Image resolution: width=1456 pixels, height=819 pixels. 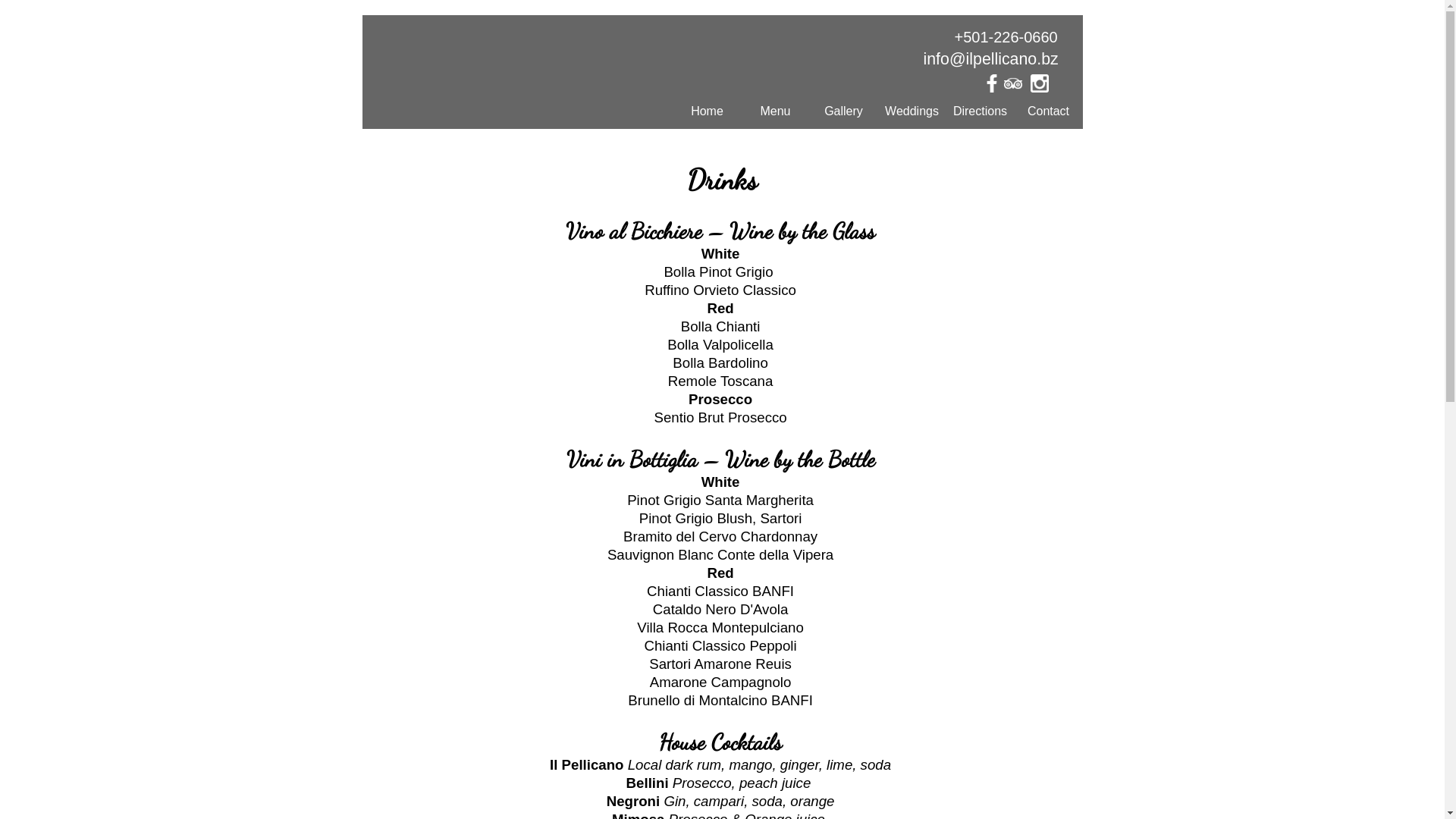 What do you see at coordinates (775, 110) in the screenshot?
I see `'Menu'` at bounding box center [775, 110].